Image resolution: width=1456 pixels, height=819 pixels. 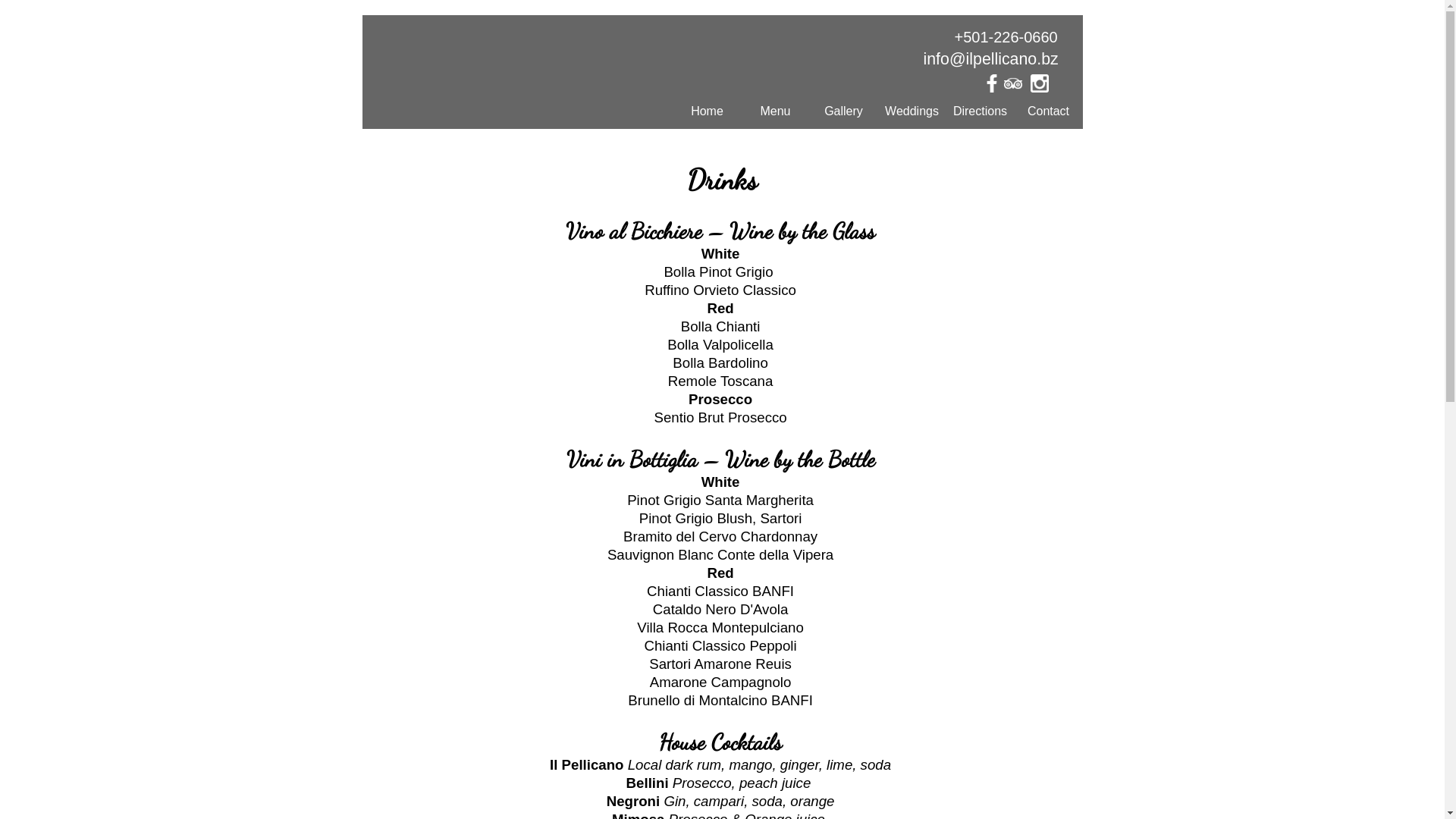 What do you see at coordinates (775, 110) in the screenshot?
I see `'Menu'` at bounding box center [775, 110].